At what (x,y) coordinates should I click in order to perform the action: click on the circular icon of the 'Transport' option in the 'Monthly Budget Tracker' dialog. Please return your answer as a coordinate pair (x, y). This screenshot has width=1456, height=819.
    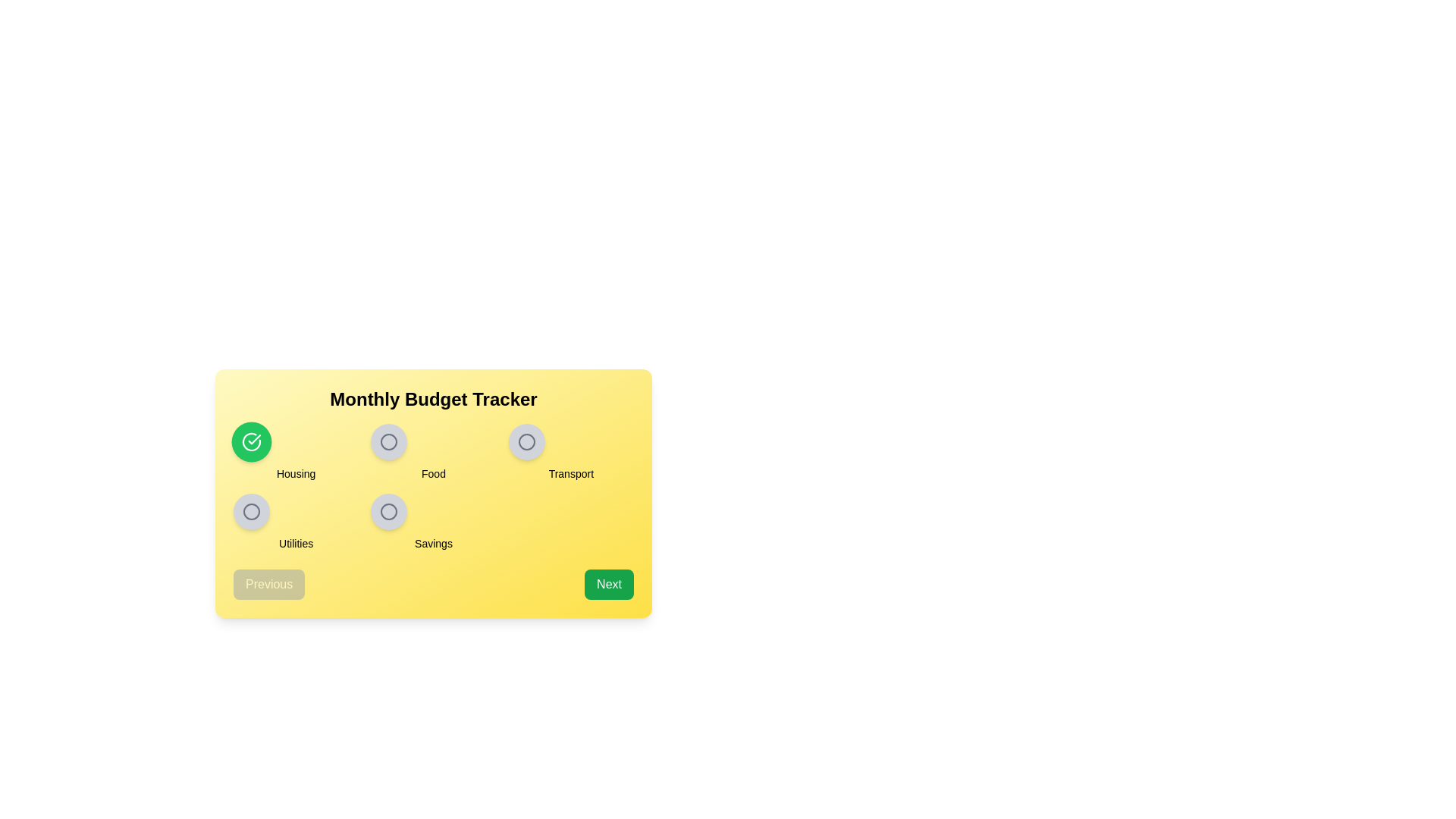
    Looking at the image, I should click on (526, 441).